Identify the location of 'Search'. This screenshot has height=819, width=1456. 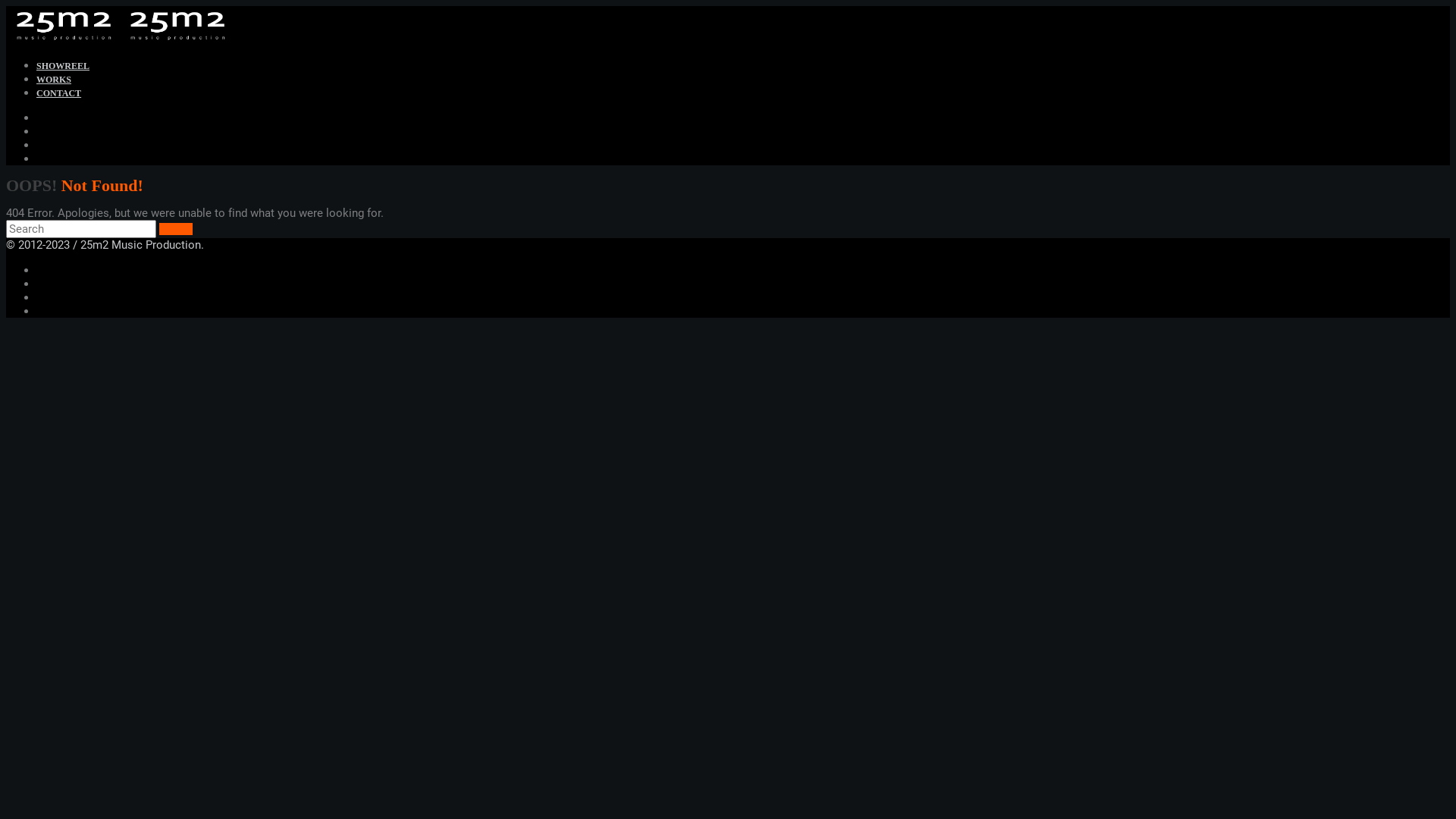
(175, 228).